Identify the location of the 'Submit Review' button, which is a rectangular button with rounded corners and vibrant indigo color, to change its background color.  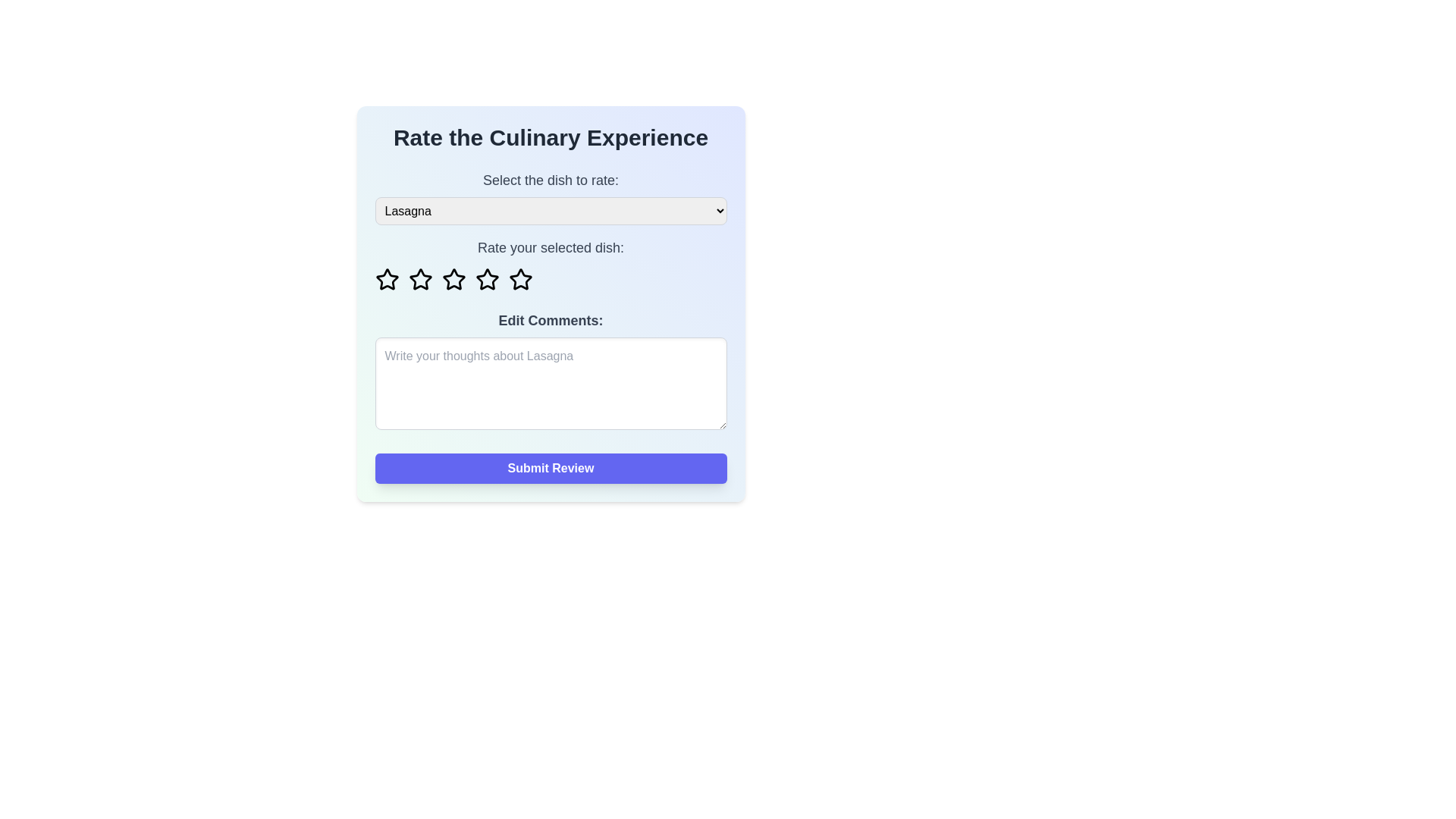
(550, 467).